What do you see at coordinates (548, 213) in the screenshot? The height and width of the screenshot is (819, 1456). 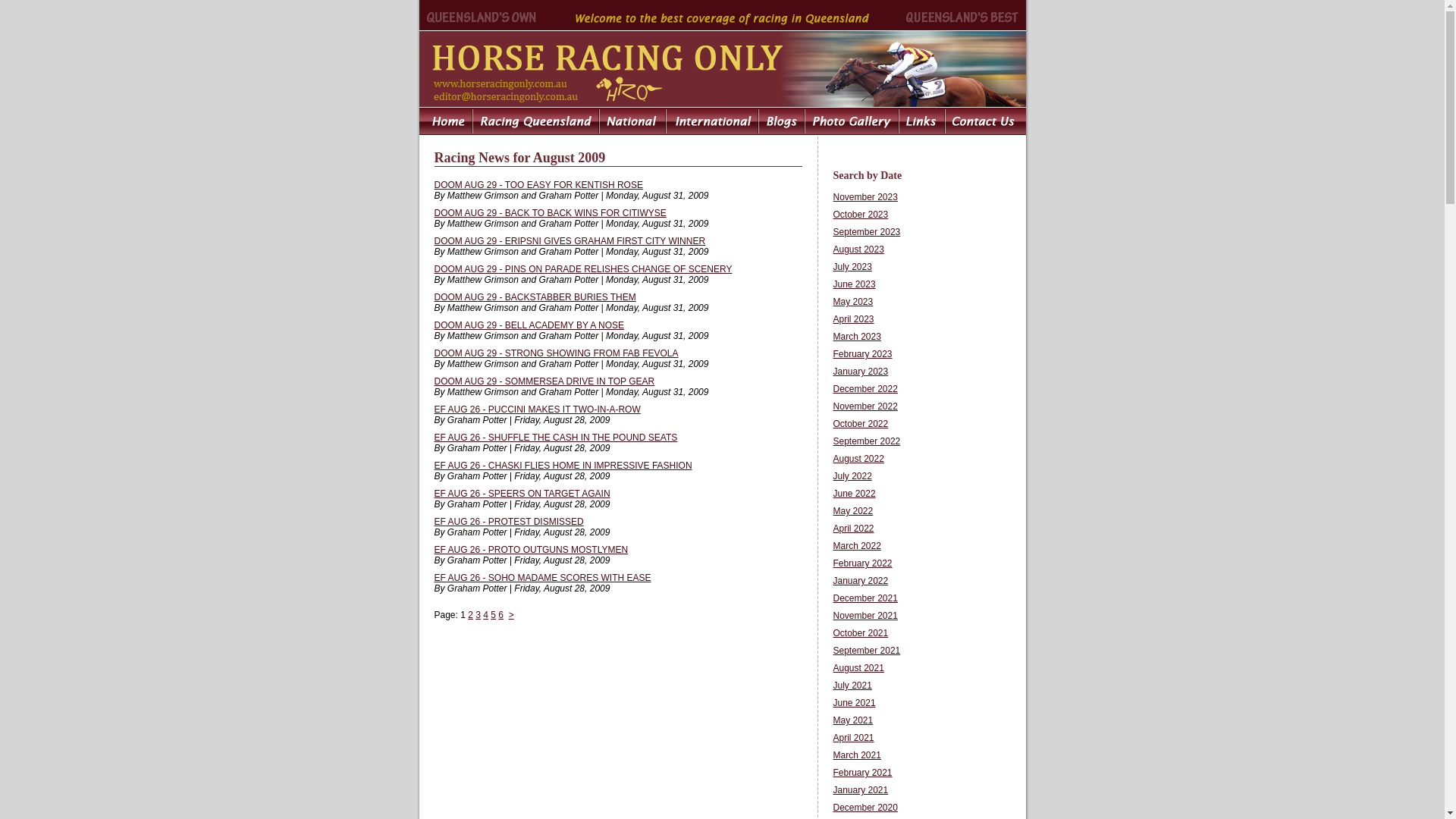 I see `'DOOM AUG 29 - BACK TO BACK WINS FOR CITIWYSE'` at bounding box center [548, 213].